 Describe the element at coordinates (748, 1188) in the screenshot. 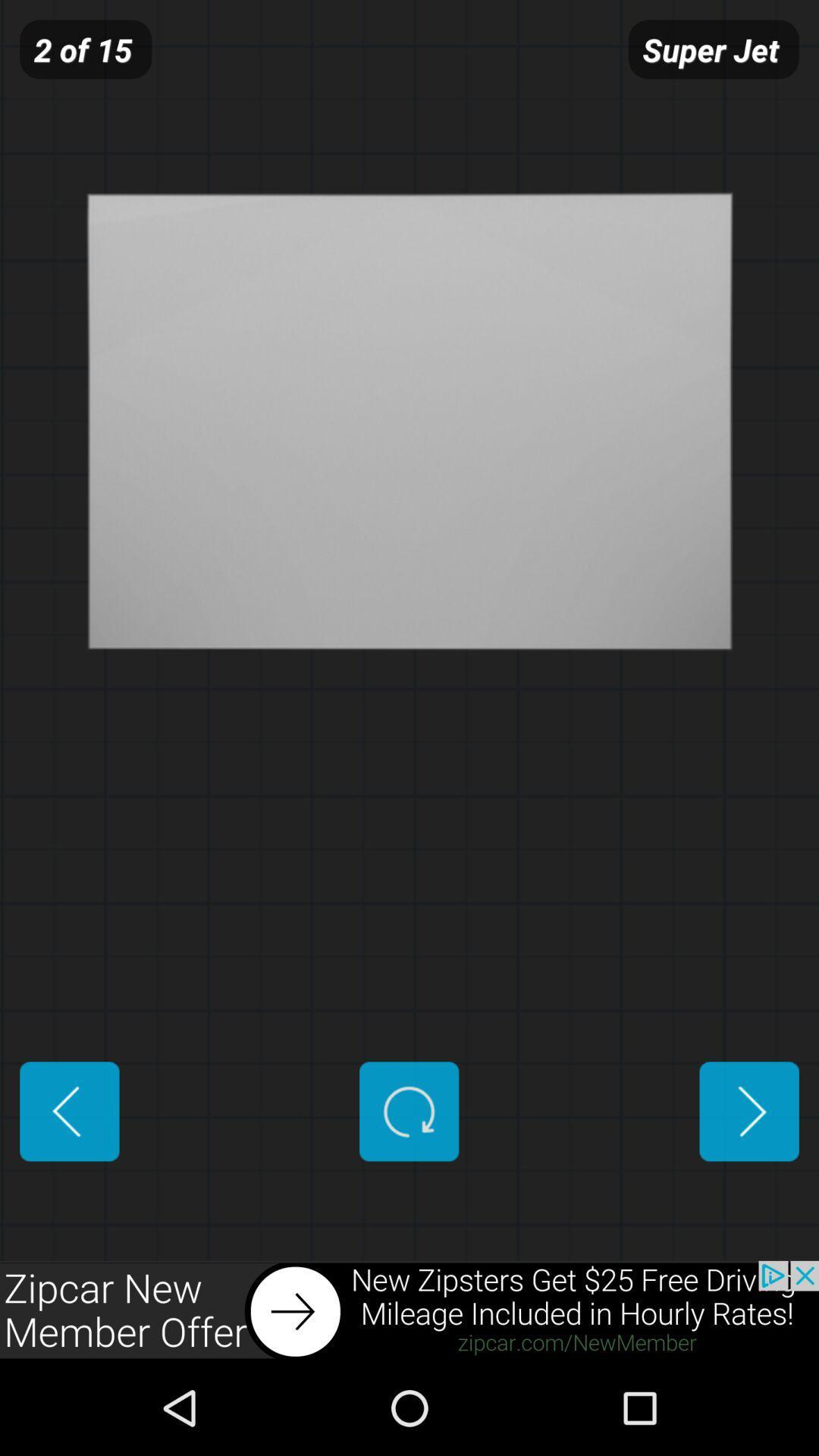

I see `the arrow_forward icon` at that location.